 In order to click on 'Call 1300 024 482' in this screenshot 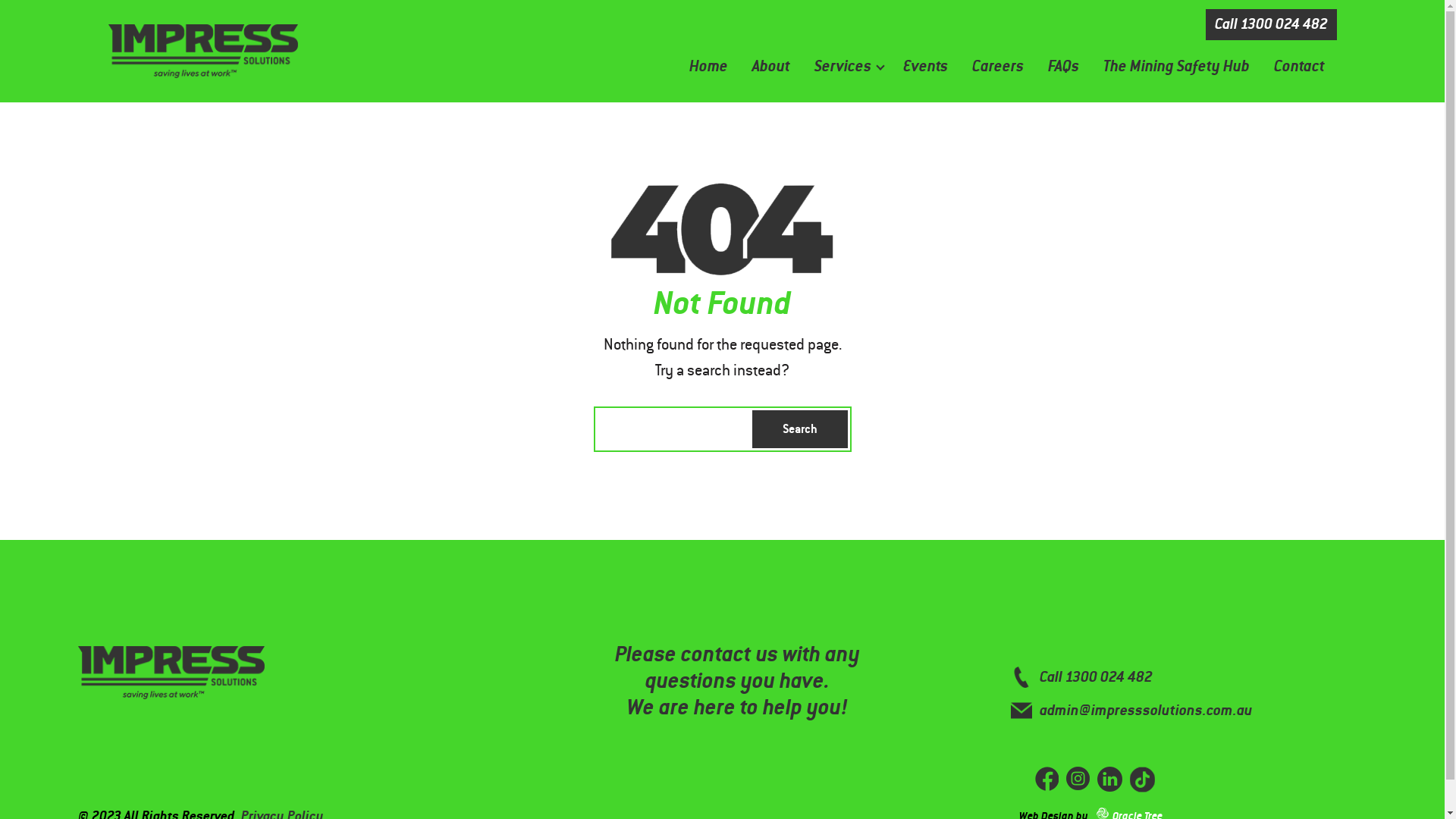, I will do `click(1080, 676)`.